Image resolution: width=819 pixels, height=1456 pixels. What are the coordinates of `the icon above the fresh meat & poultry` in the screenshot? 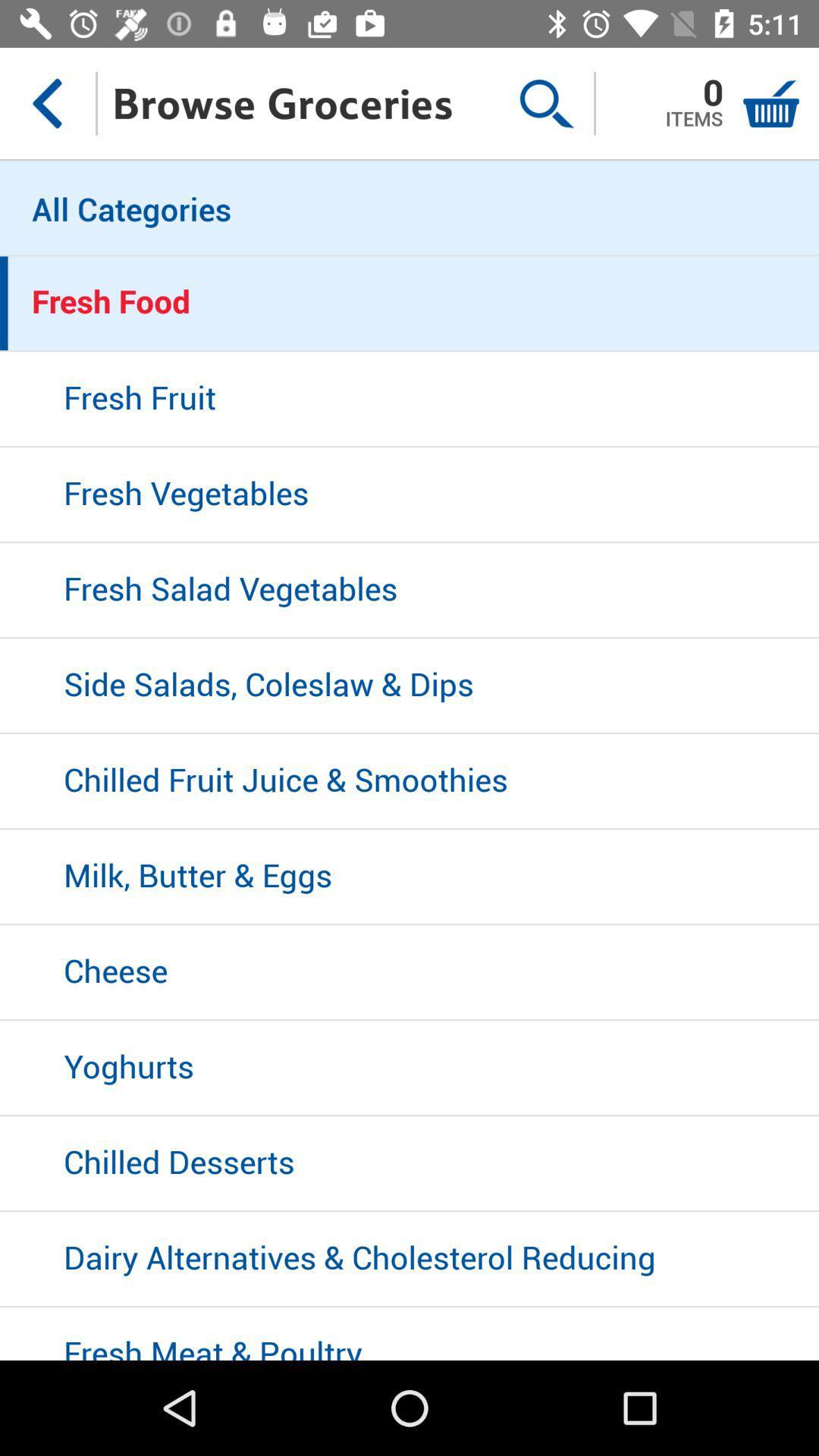 It's located at (409, 1260).